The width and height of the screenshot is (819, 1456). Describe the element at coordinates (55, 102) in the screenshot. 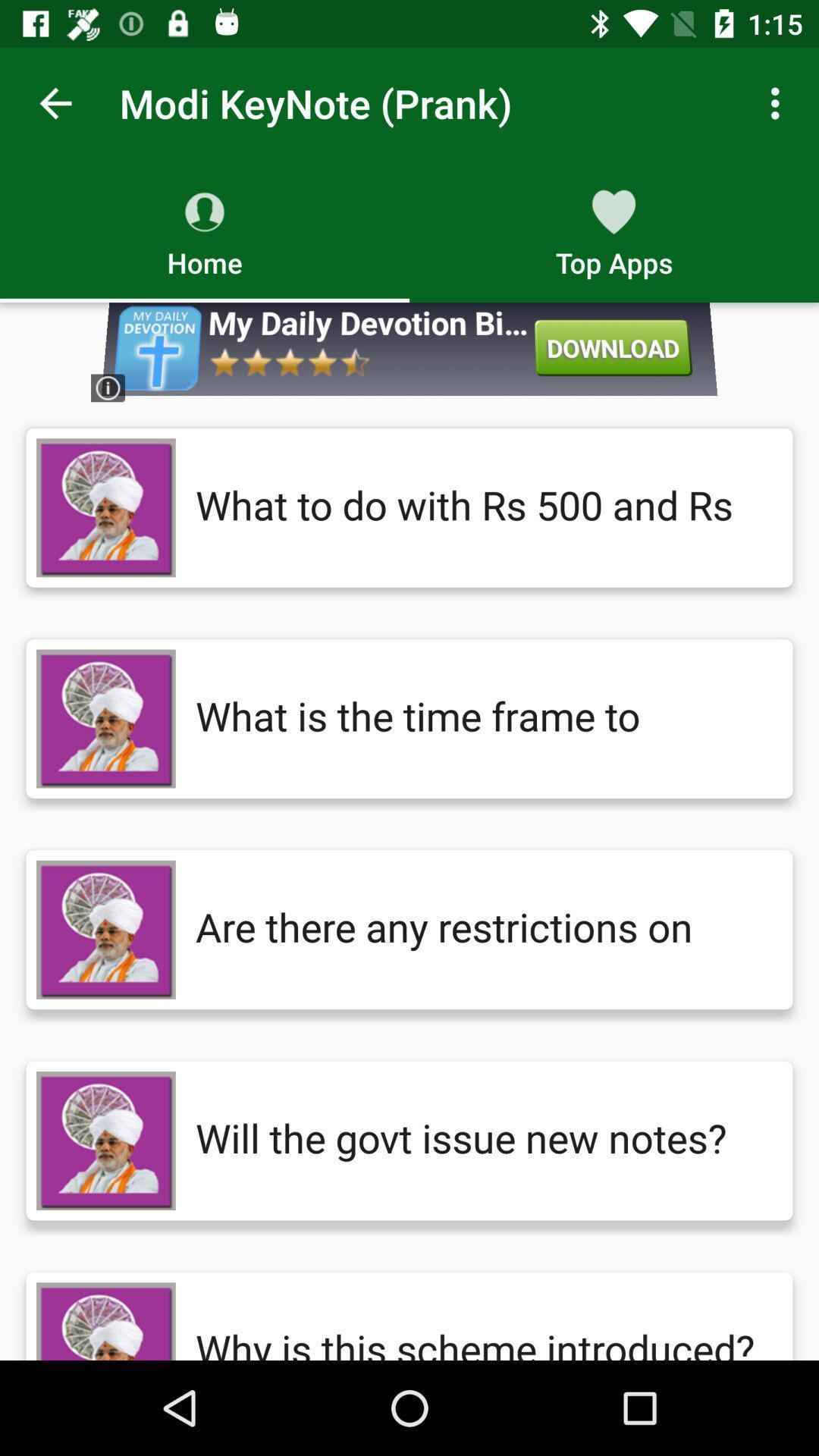

I see `the item above the home item` at that location.